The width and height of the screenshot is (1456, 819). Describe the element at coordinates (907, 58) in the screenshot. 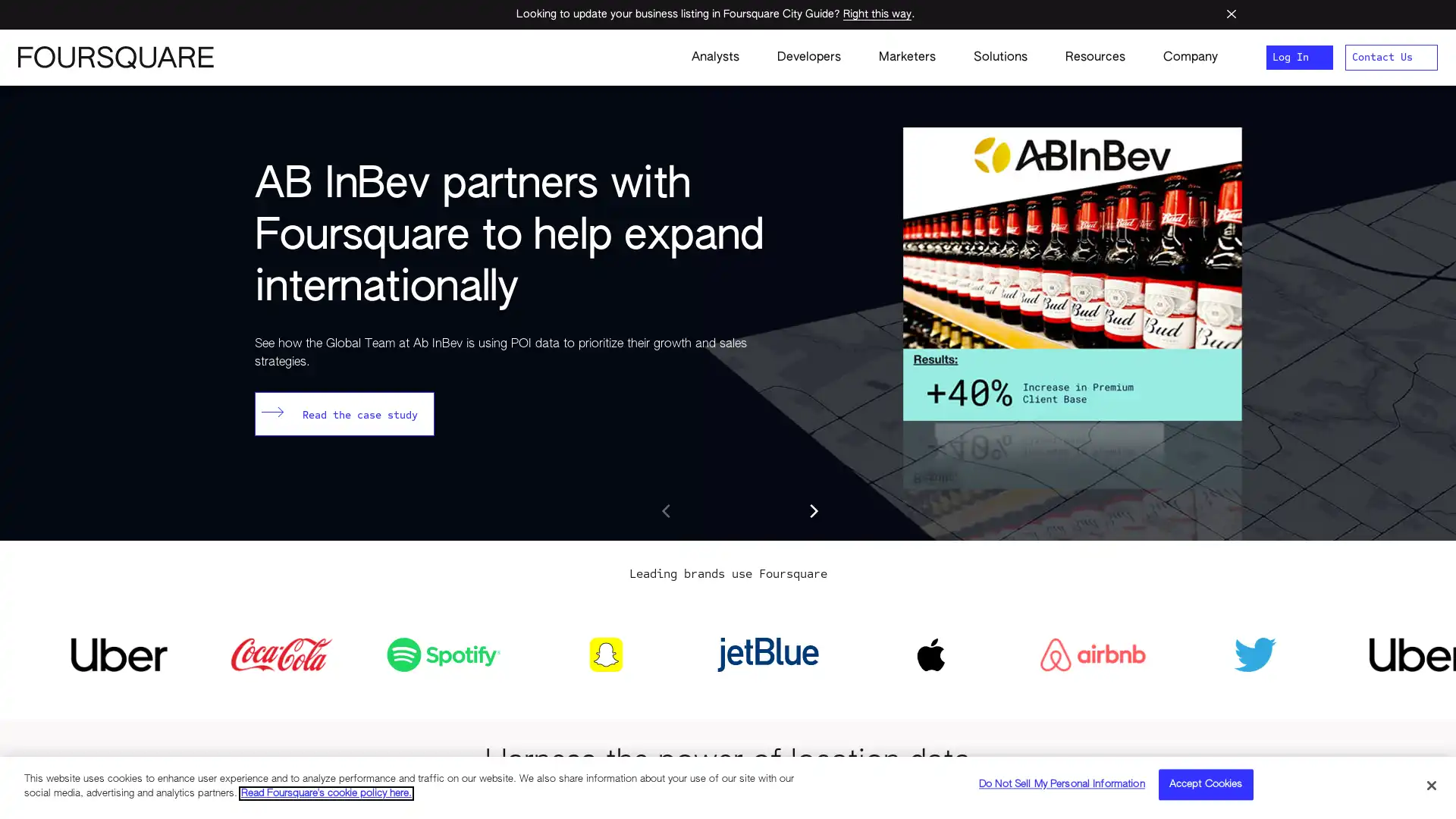

I see `Marketers` at that location.